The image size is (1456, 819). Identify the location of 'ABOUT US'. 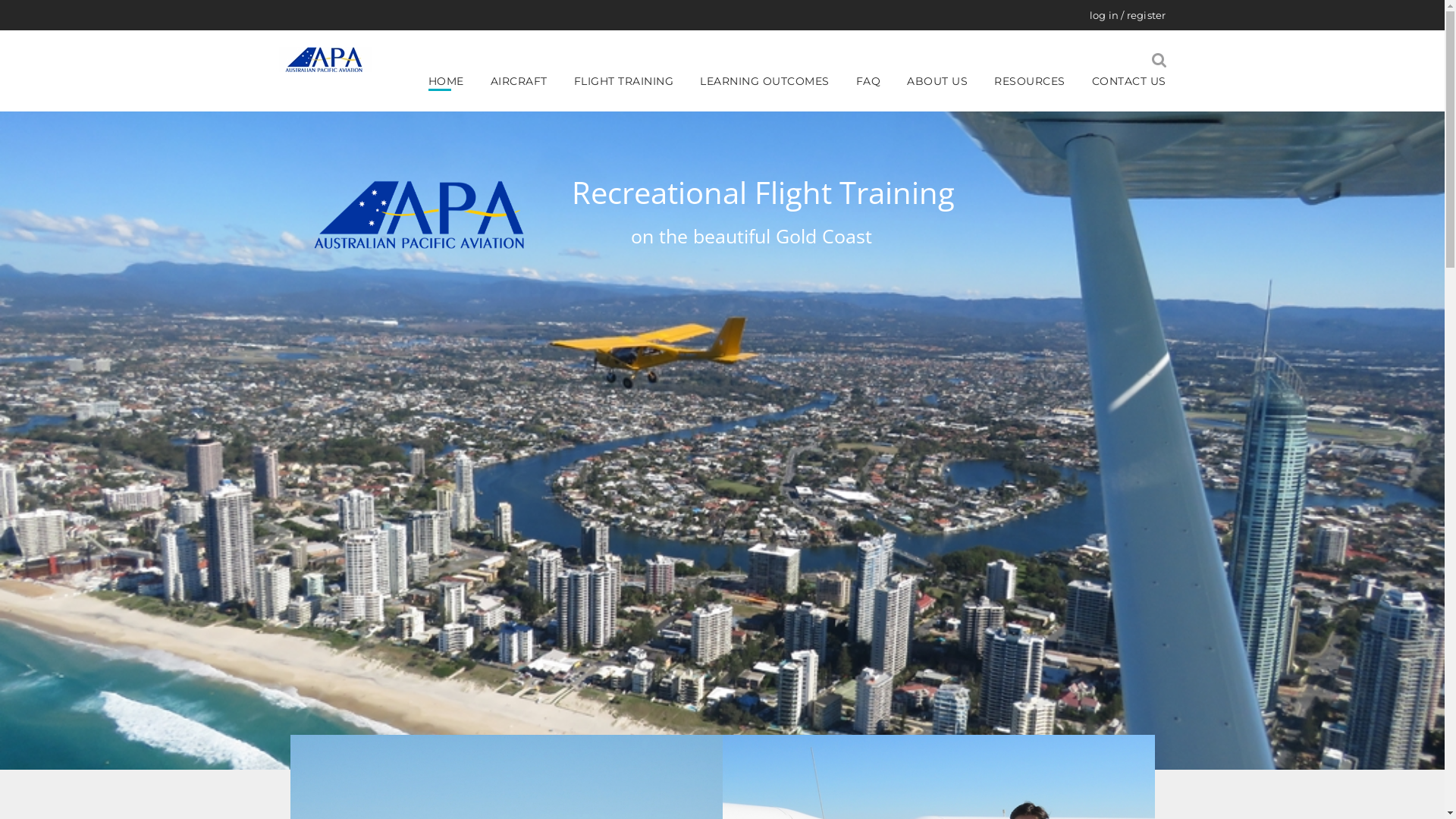
(906, 81).